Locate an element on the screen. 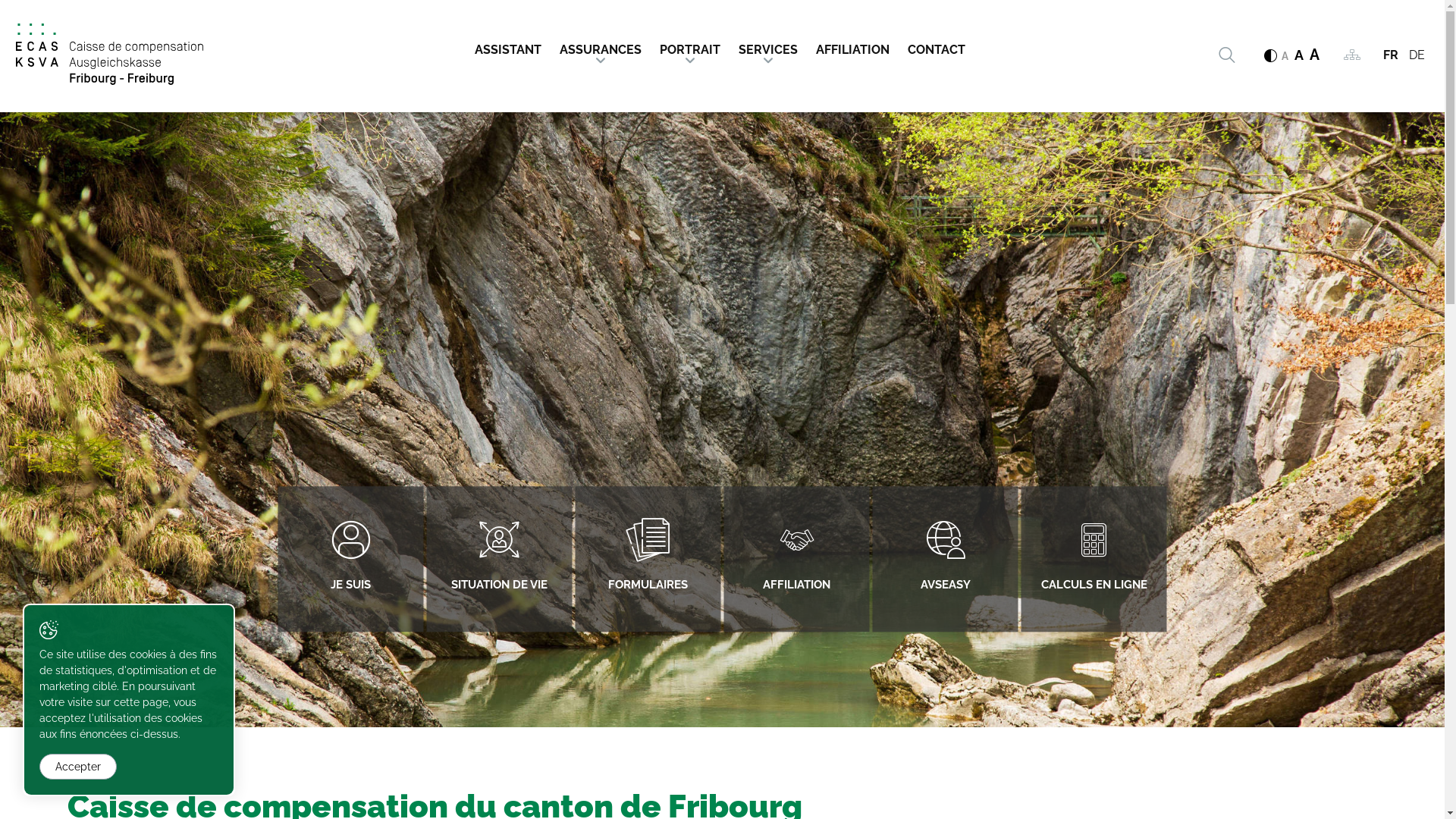 The width and height of the screenshot is (1456, 819). 'PORTRAIT' is located at coordinates (689, 44).